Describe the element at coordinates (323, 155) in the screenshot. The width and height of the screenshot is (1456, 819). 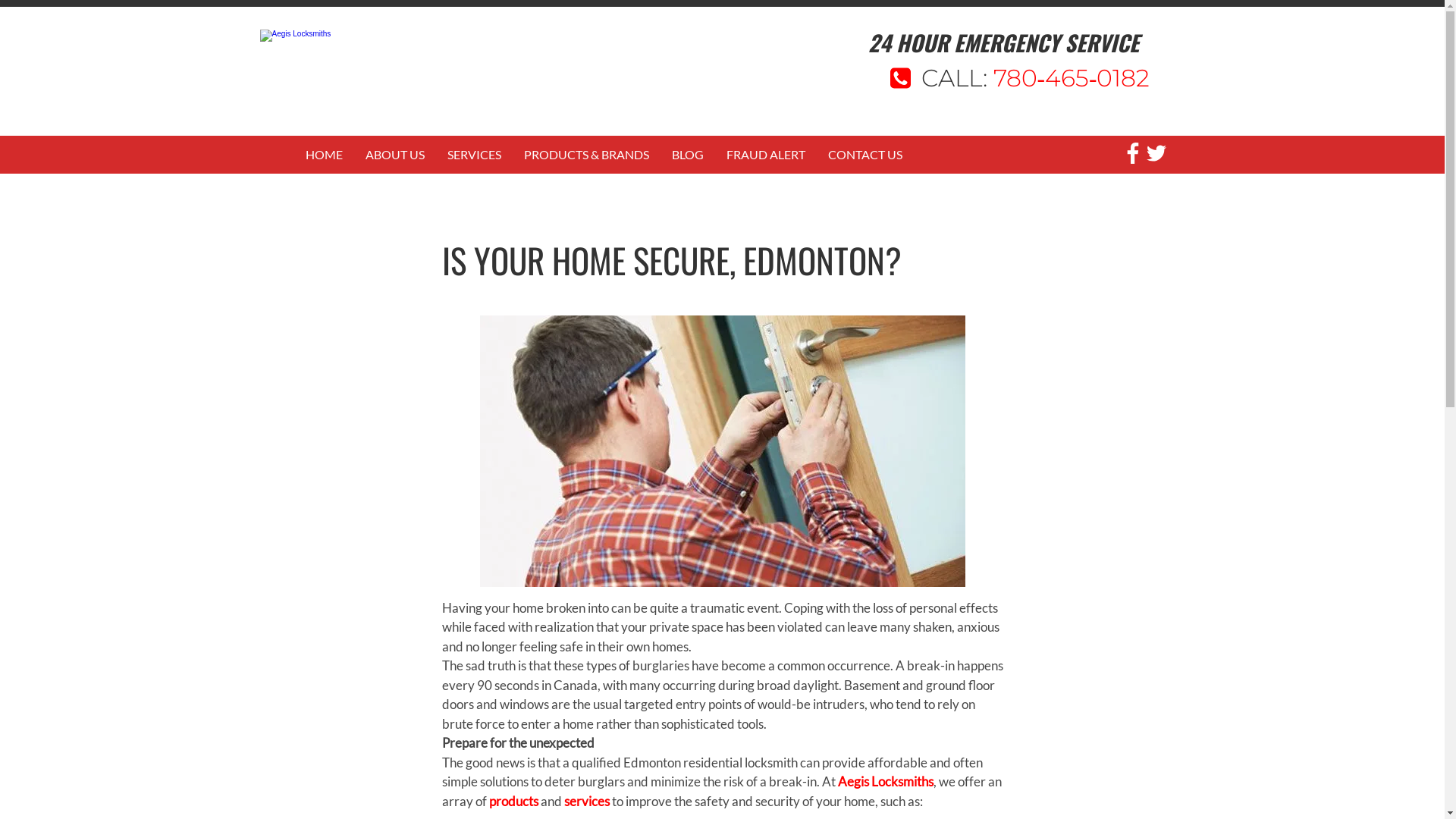
I see `'HOME'` at that location.